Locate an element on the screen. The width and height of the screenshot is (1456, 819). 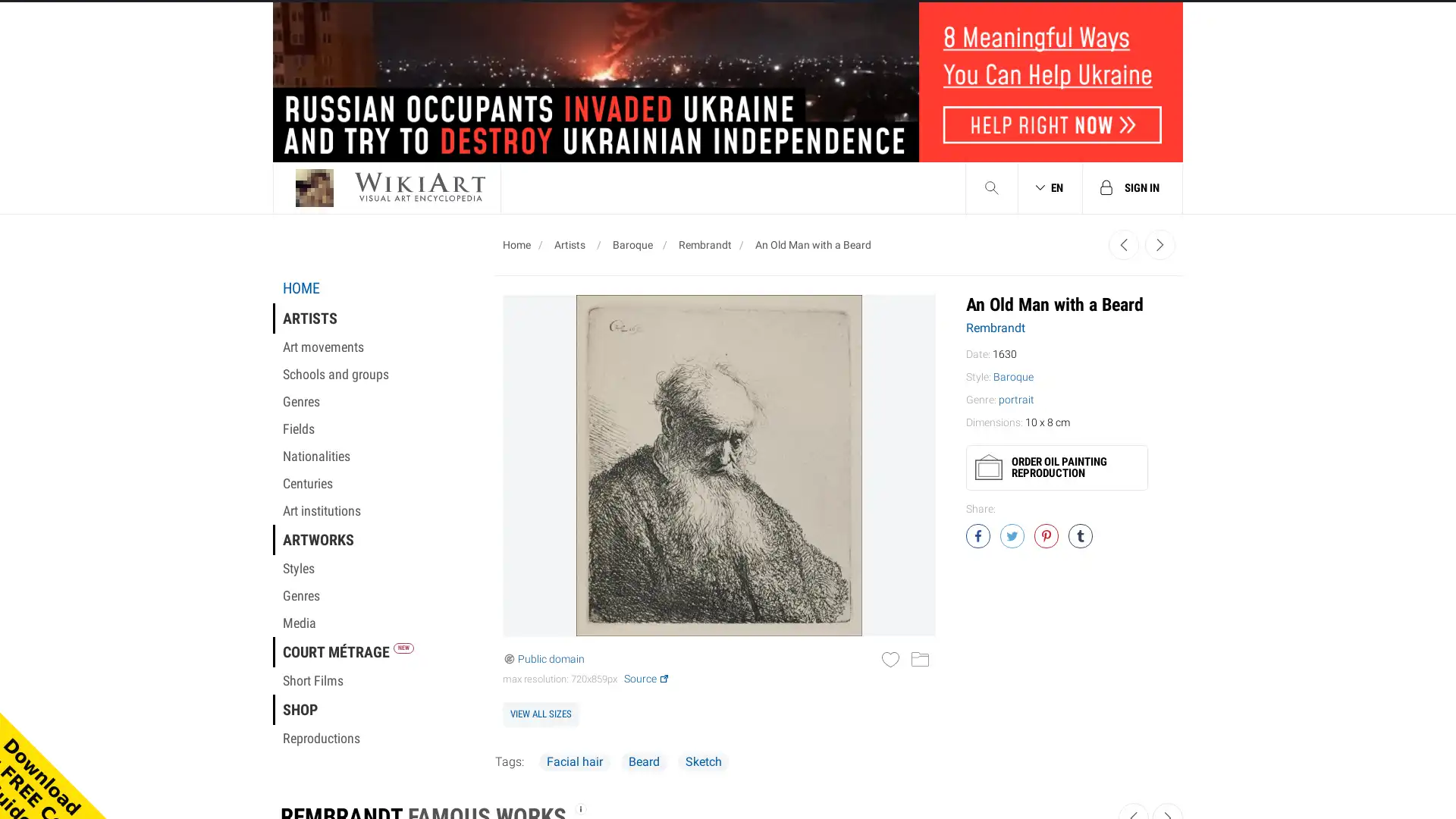
Close form is located at coordinates (1004, 217).